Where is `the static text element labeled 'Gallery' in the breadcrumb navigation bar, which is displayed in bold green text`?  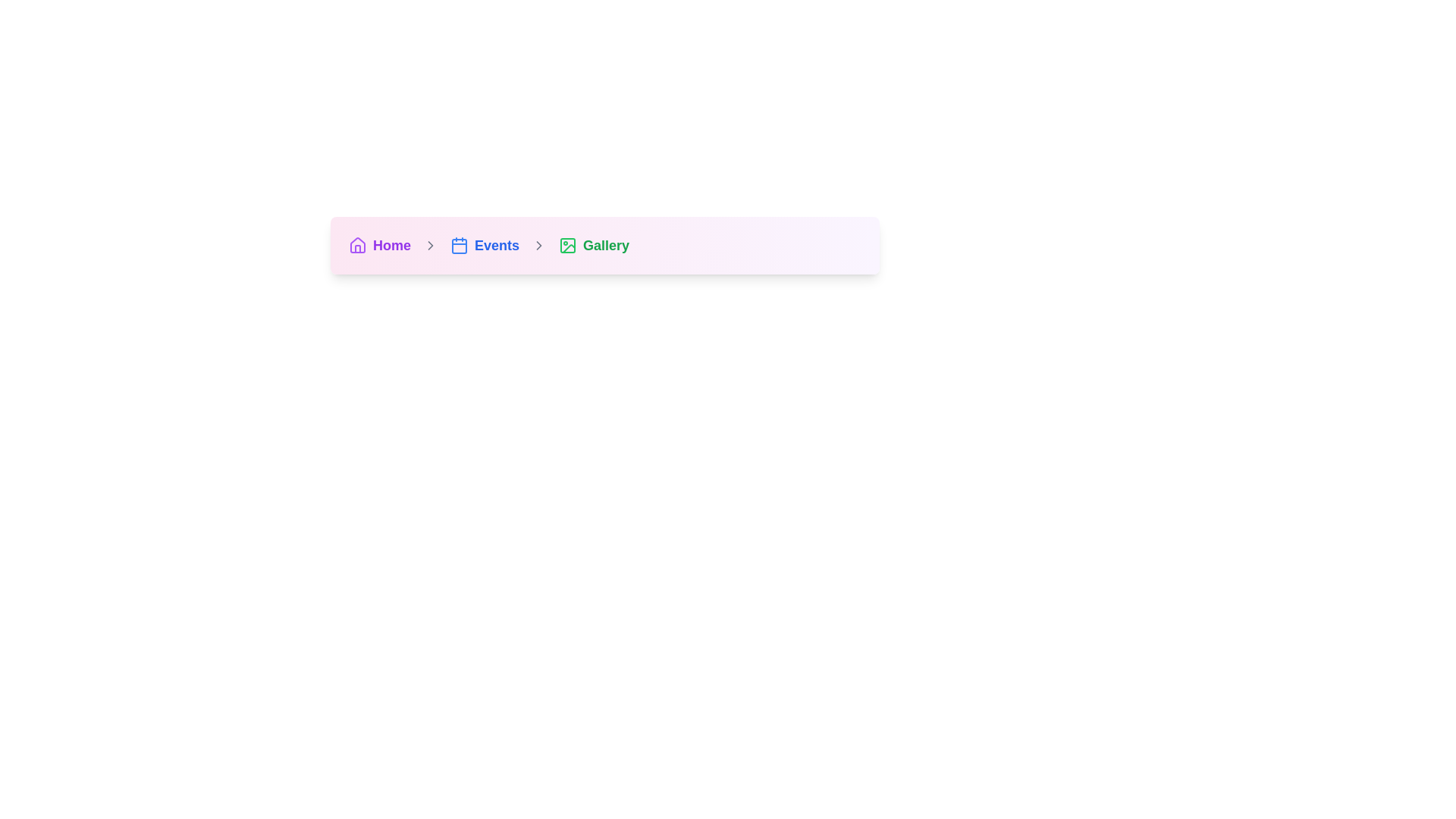 the static text element labeled 'Gallery' in the breadcrumb navigation bar, which is displayed in bold green text is located at coordinates (605, 245).